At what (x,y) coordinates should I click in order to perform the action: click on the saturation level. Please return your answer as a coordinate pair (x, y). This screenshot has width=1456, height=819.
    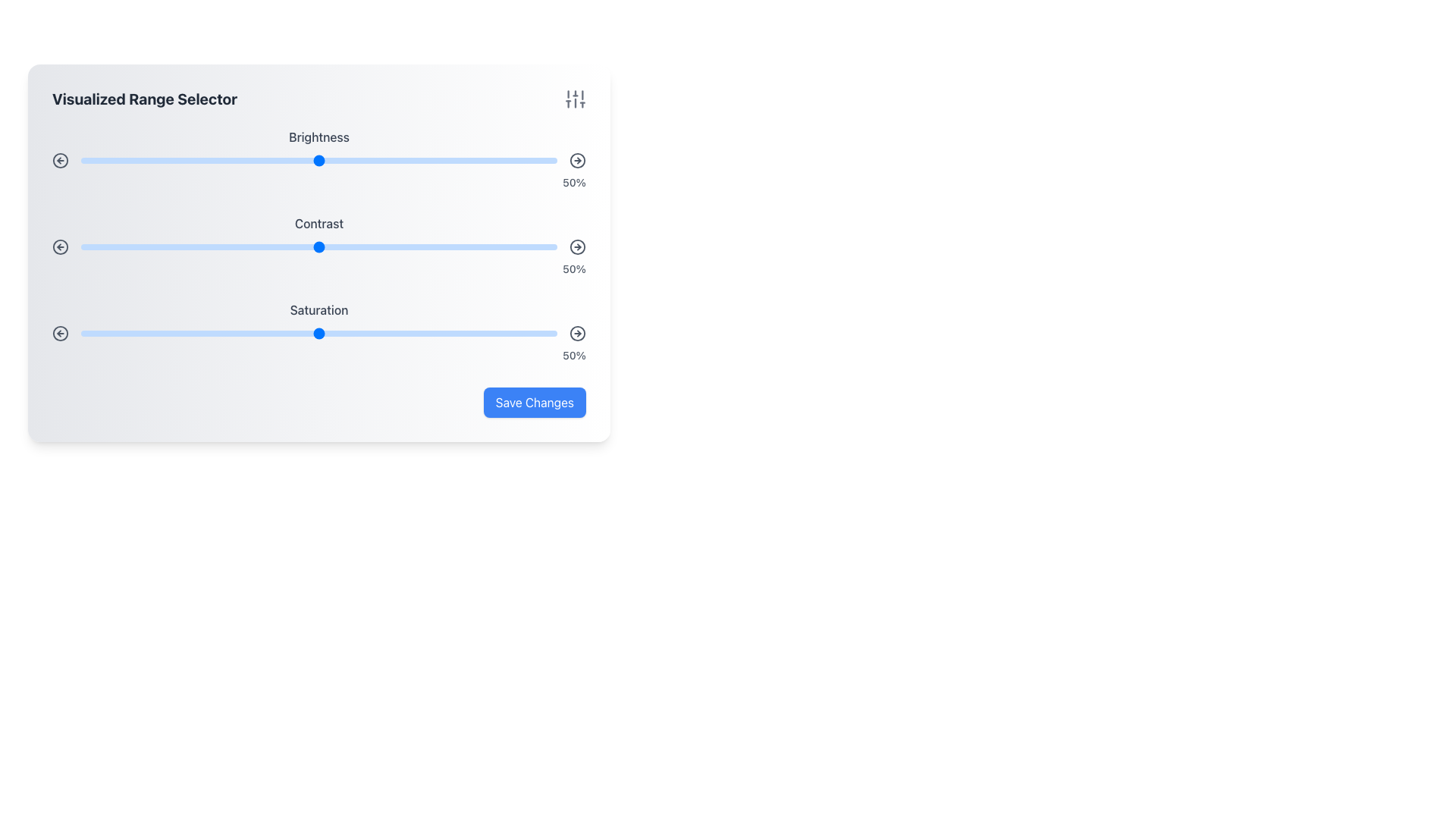
    Looking at the image, I should click on (286, 332).